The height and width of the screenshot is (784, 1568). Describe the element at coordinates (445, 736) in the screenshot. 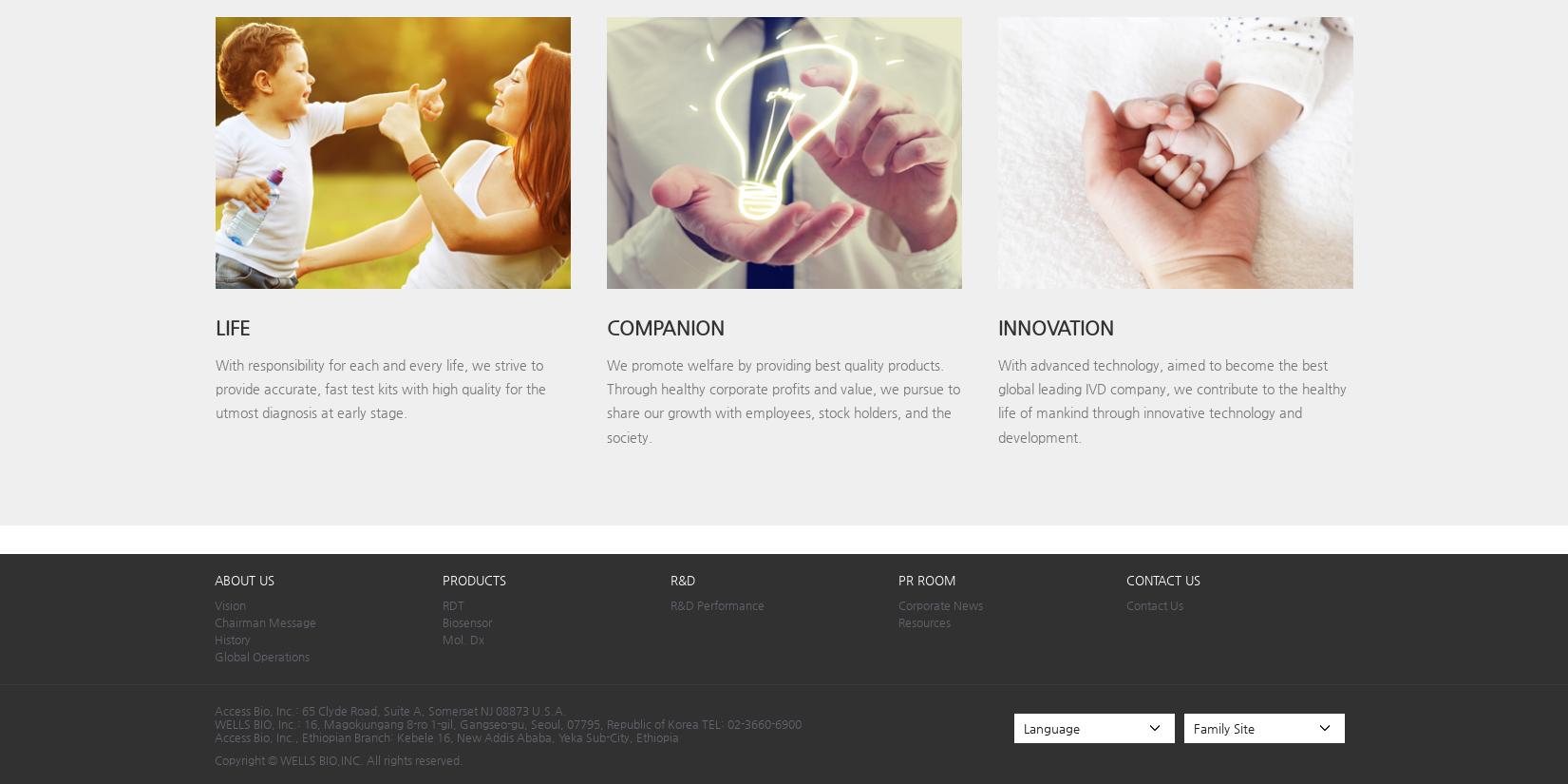

I see `'Access Bio, Inc., Ethiopian Branch: Kebele 16, New Addis Ababa, Yeka Sub-City, Ethiopia'` at that location.